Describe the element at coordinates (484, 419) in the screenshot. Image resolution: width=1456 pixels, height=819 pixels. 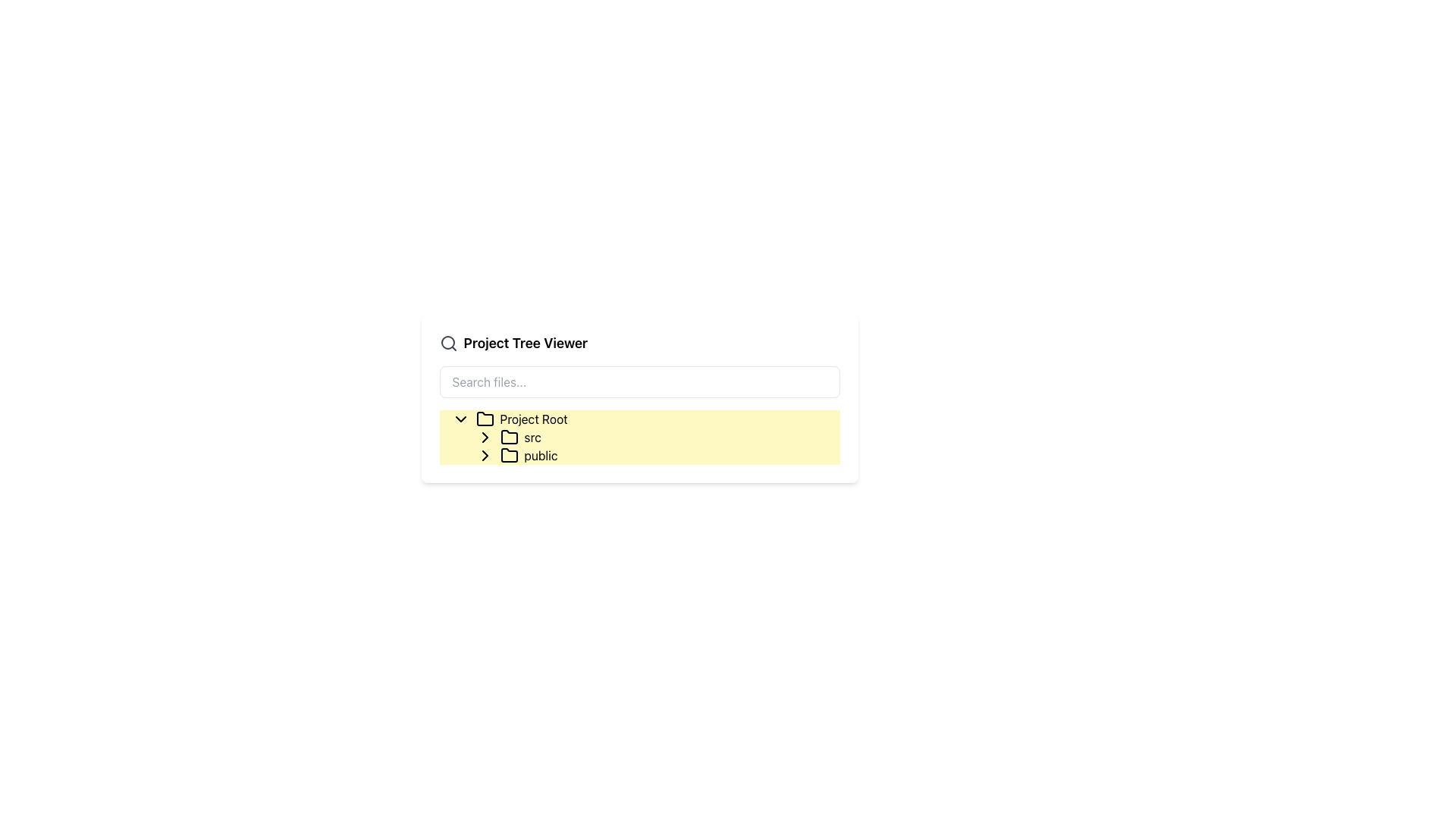
I see `the row associated with the 'Project Root' folder icon by clicking on the center of the icon, which is visually linked to the text indicating its directory type` at that location.